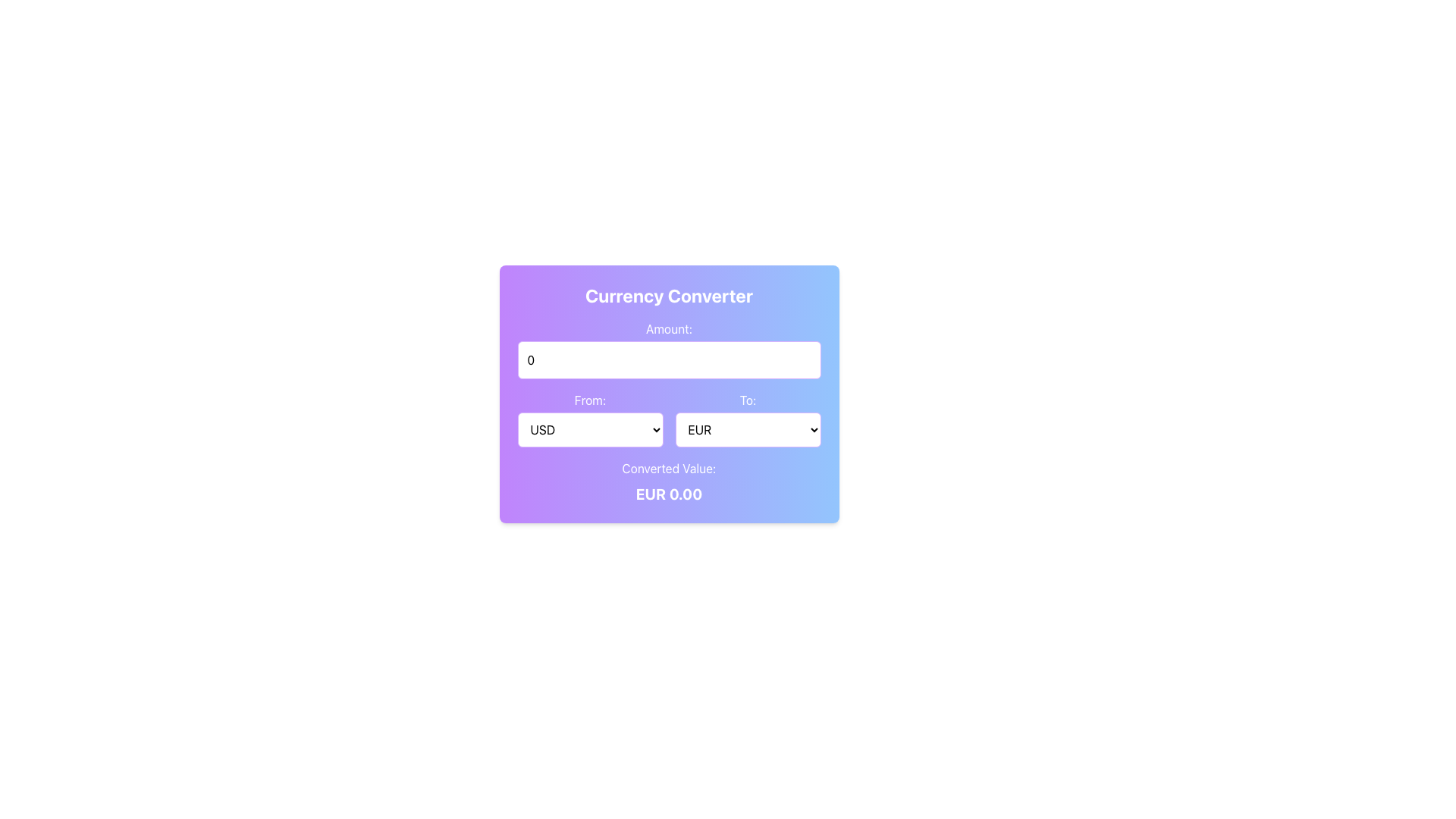  Describe the element at coordinates (668, 350) in the screenshot. I see `the input field for number entry located beneath the 'Currency Converter' title to indicate focus` at that location.